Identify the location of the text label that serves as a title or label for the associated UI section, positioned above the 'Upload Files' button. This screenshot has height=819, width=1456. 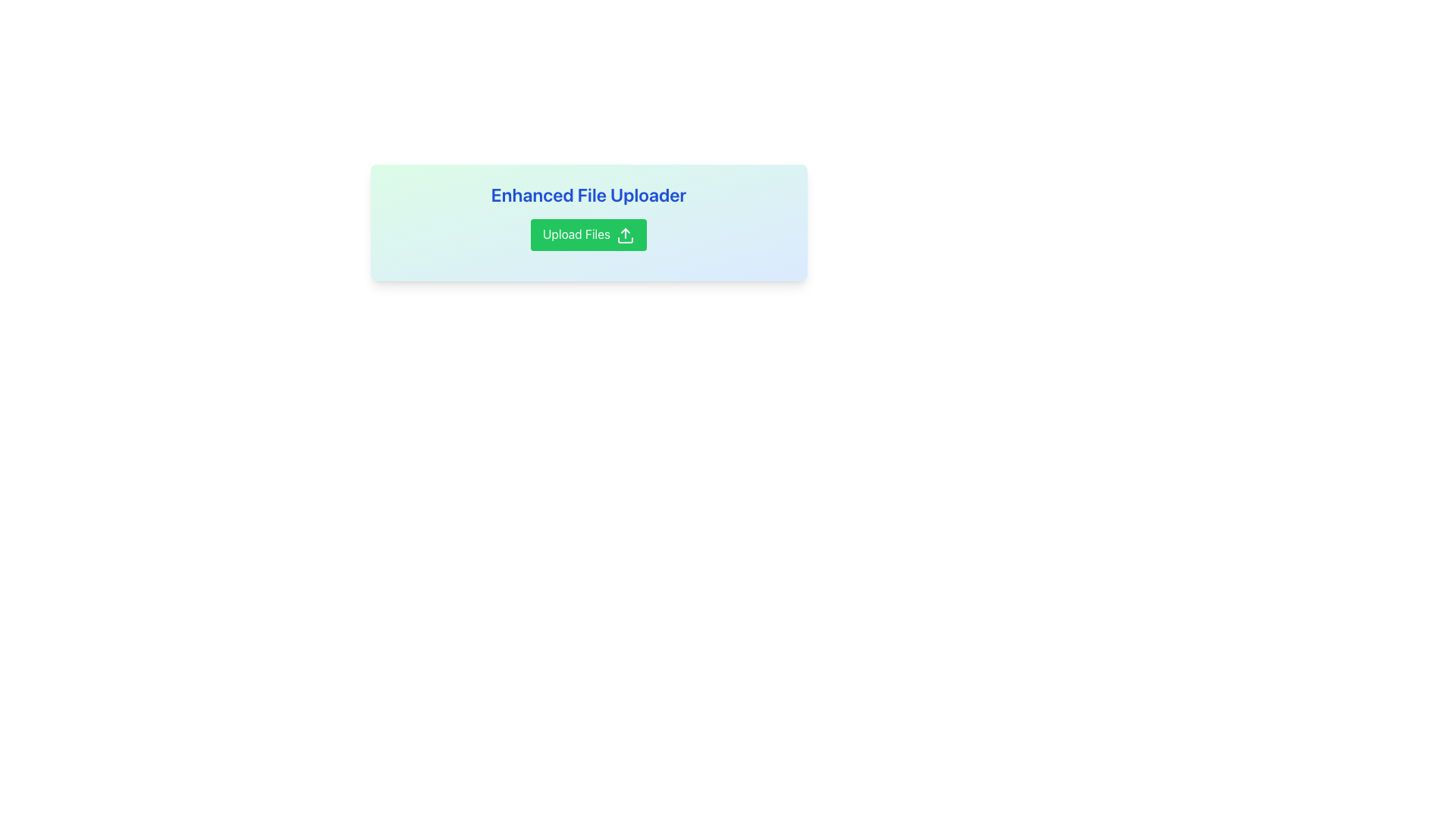
(588, 194).